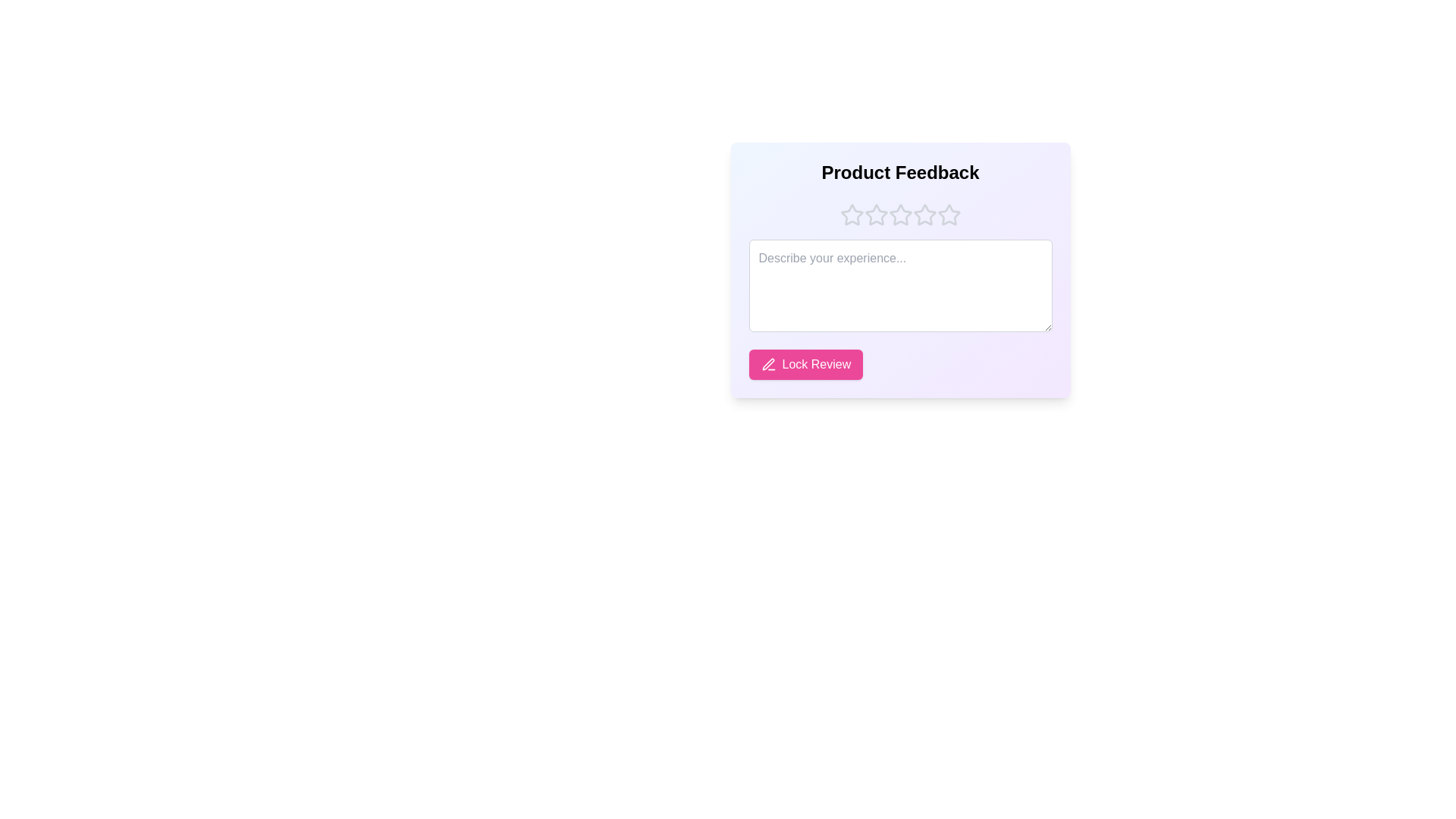 The height and width of the screenshot is (819, 1456). What do you see at coordinates (900, 286) in the screenshot?
I see `the text area to select all text` at bounding box center [900, 286].